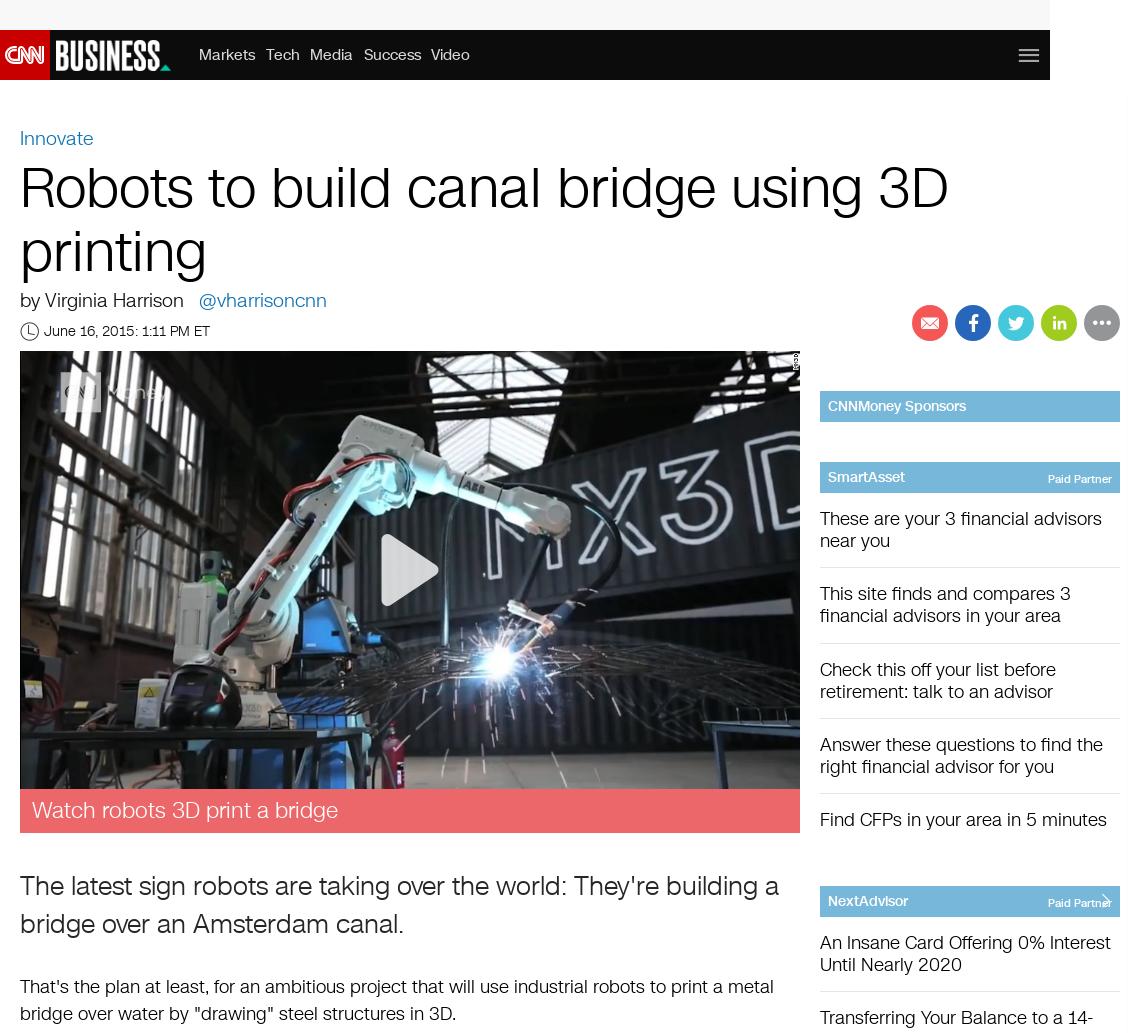 The image size is (1140, 1033). What do you see at coordinates (57, 138) in the screenshot?
I see `'Innovate'` at bounding box center [57, 138].